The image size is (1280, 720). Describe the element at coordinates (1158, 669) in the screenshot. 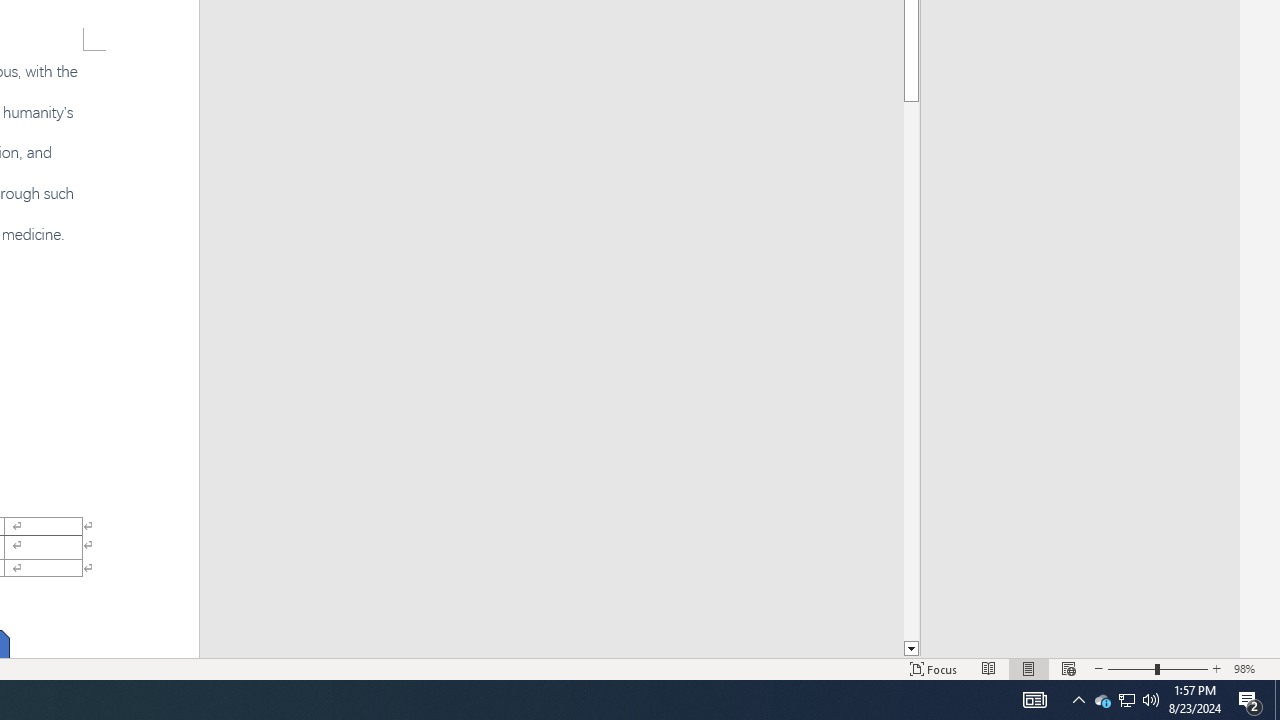

I see `'Zoom'` at that location.